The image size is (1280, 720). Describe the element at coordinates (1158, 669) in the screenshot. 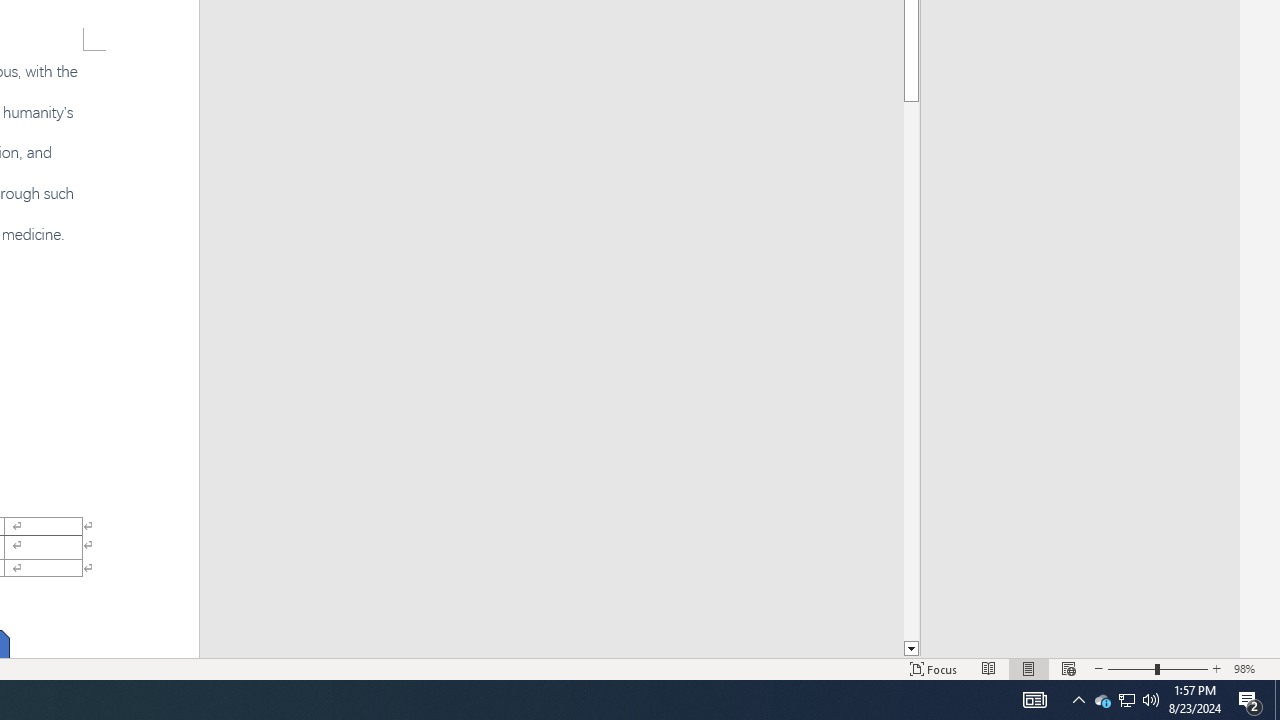

I see `'Zoom'` at that location.